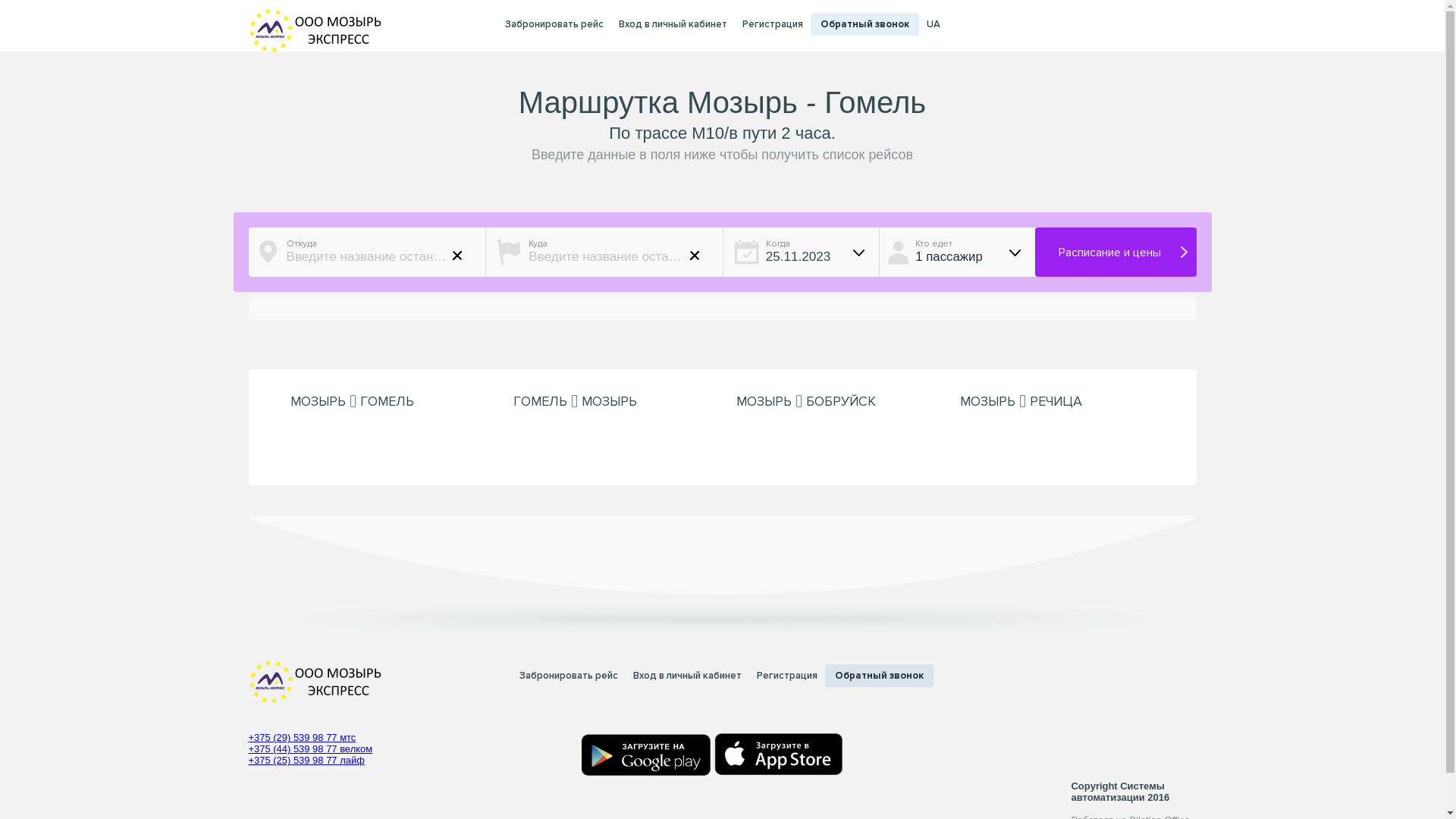  I want to click on 'UA', so click(926, 24).